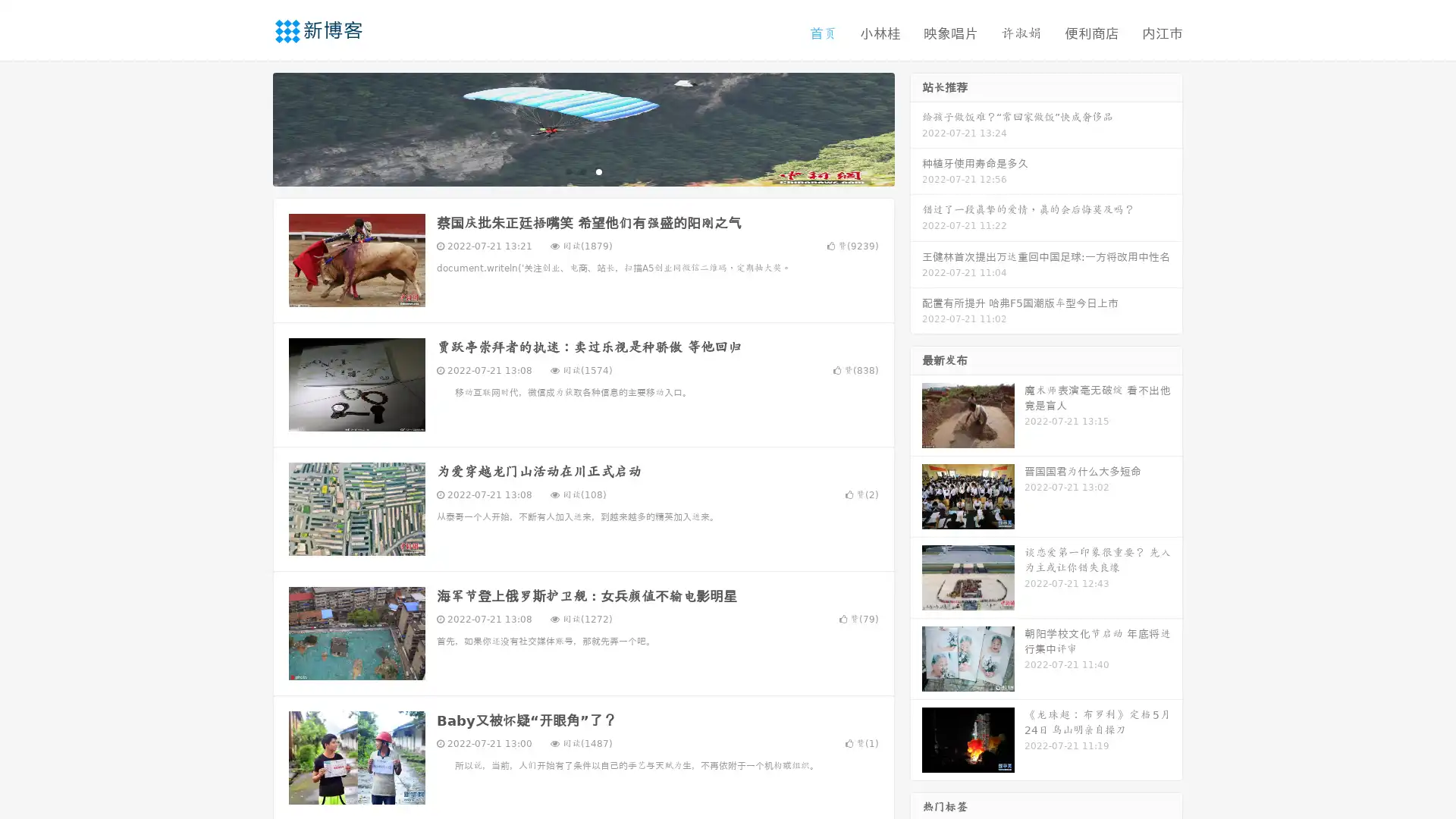 The height and width of the screenshot is (819, 1456). Describe the element at coordinates (598, 171) in the screenshot. I see `Go to slide 3` at that location.